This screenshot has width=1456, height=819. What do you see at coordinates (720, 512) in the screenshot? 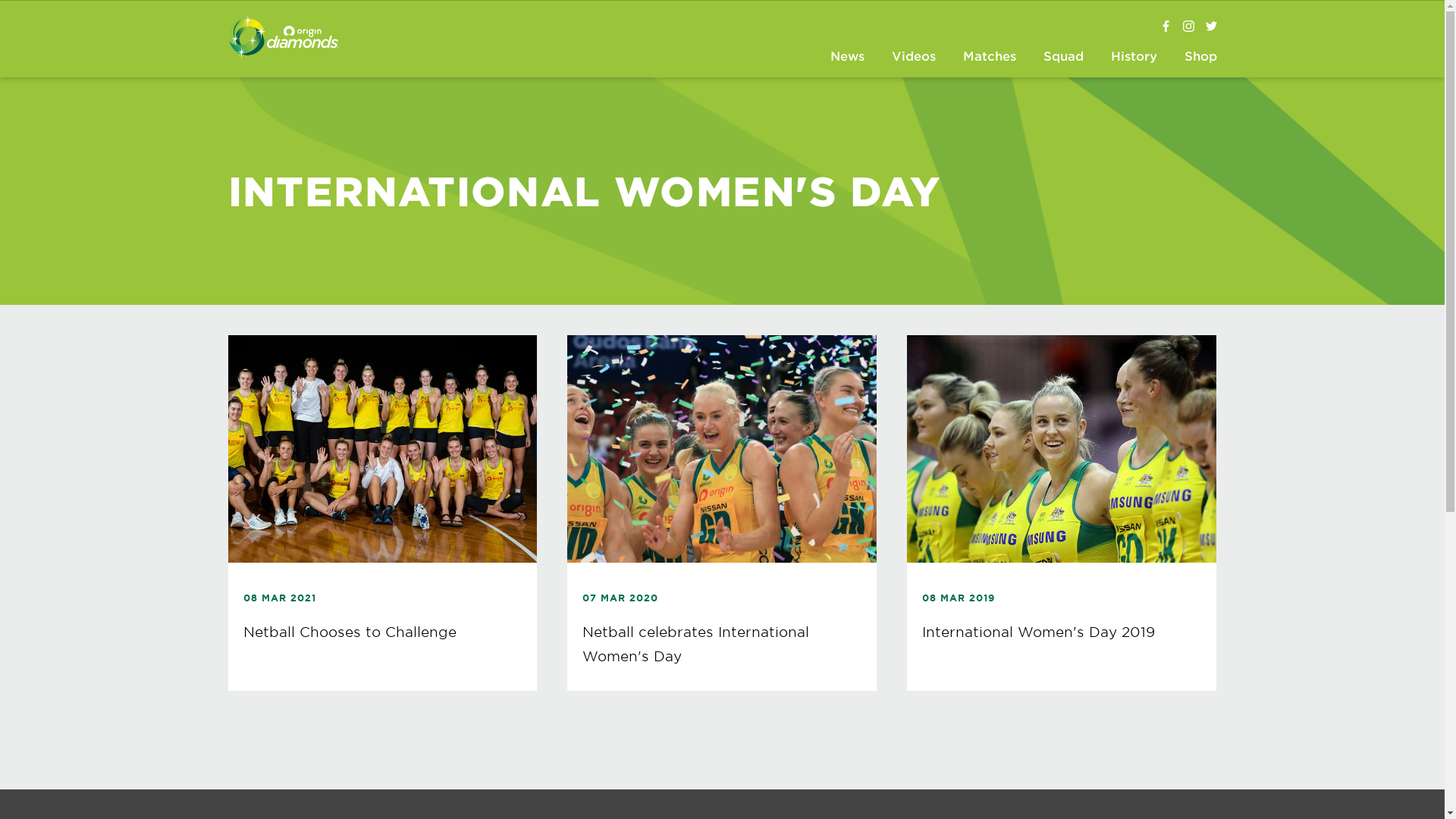
I see `'07 MAR 2020` at bounding box center [720, 512].